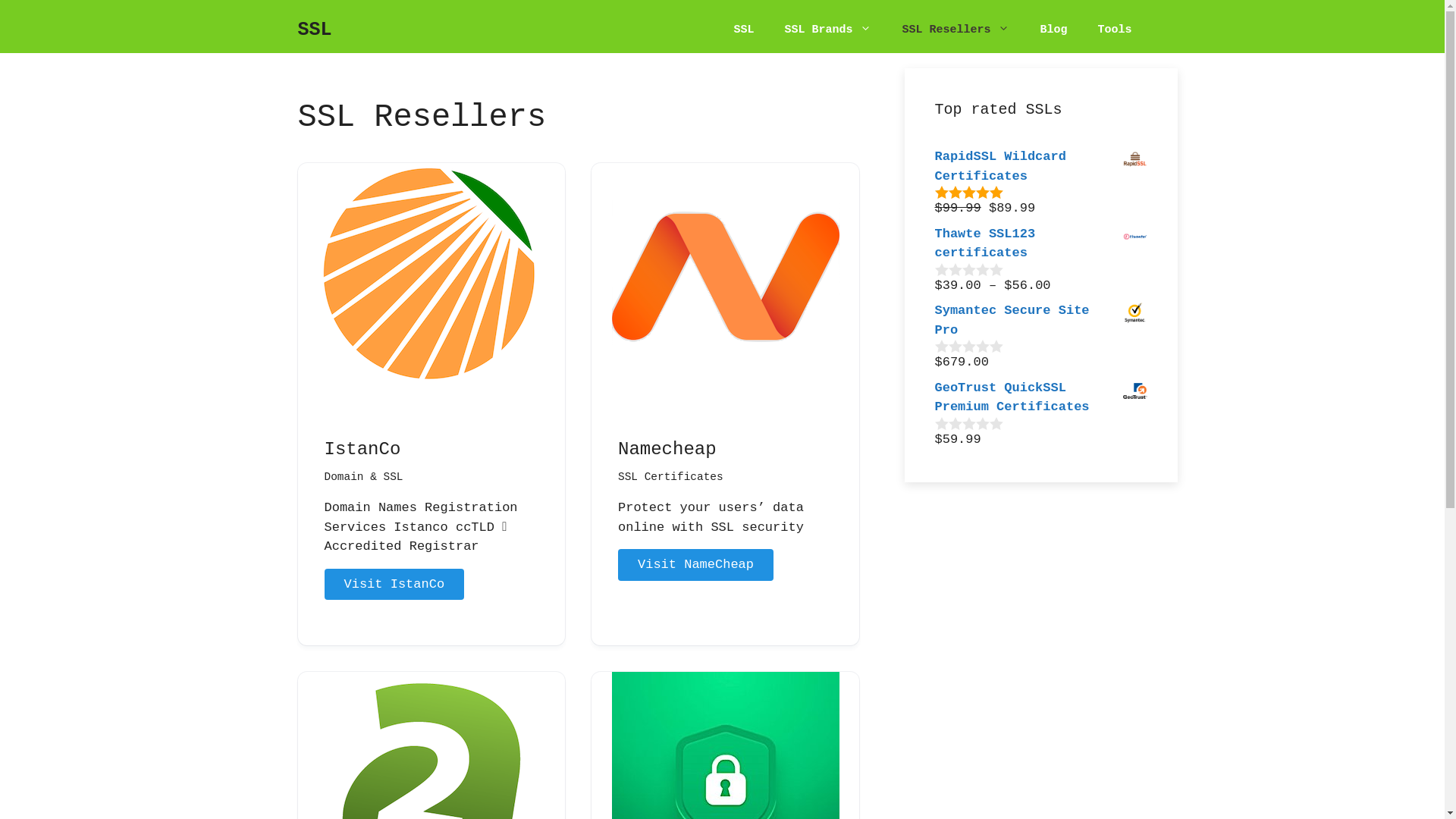 This screenshot has width=1456, height=819. I want to click on 'SSL Resellers', so click(954, 30).